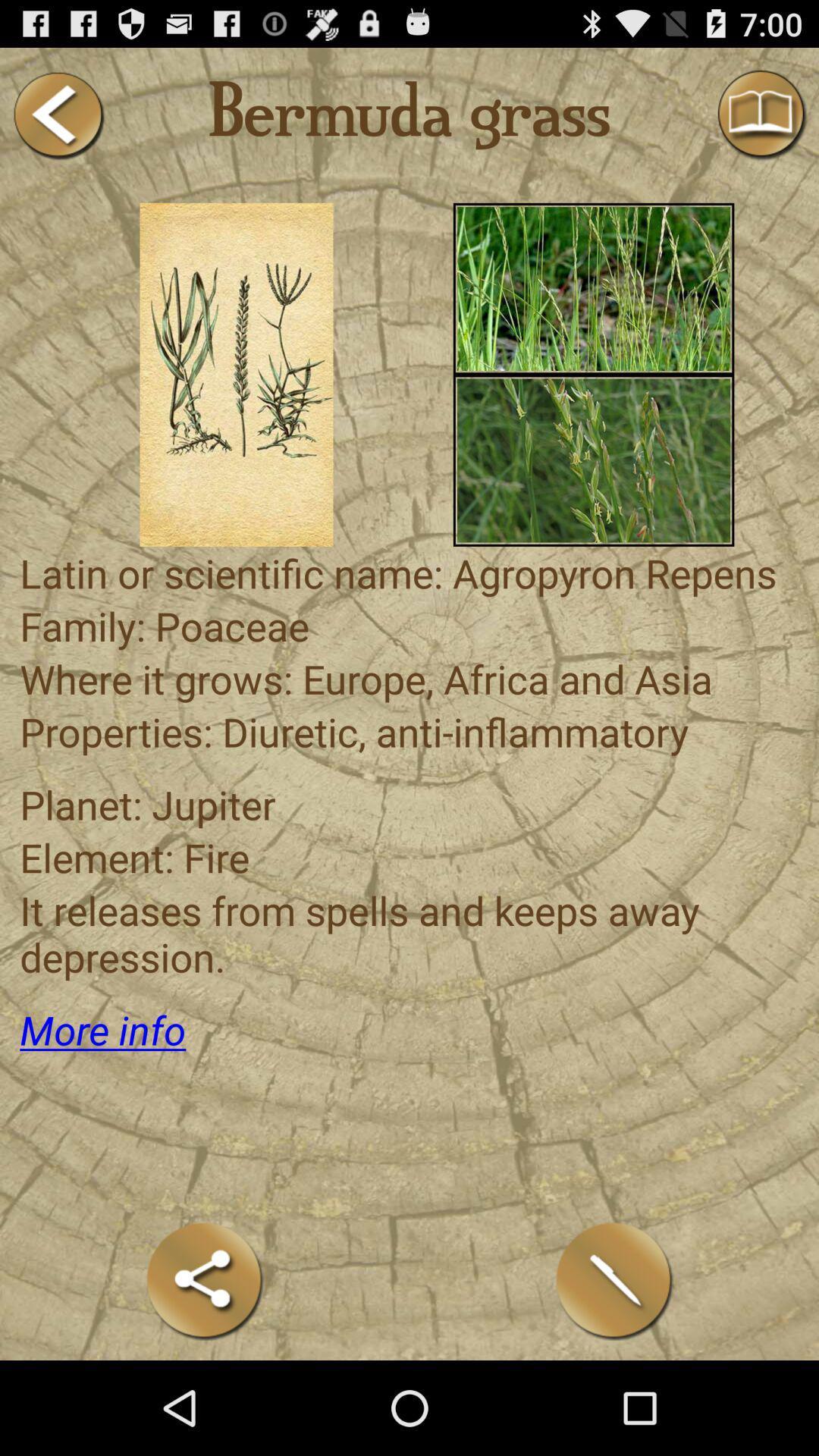  What do you see at coordinates (614, 1280) in the screenshot?
I see `open notes` at bounding box center [614, 1280].